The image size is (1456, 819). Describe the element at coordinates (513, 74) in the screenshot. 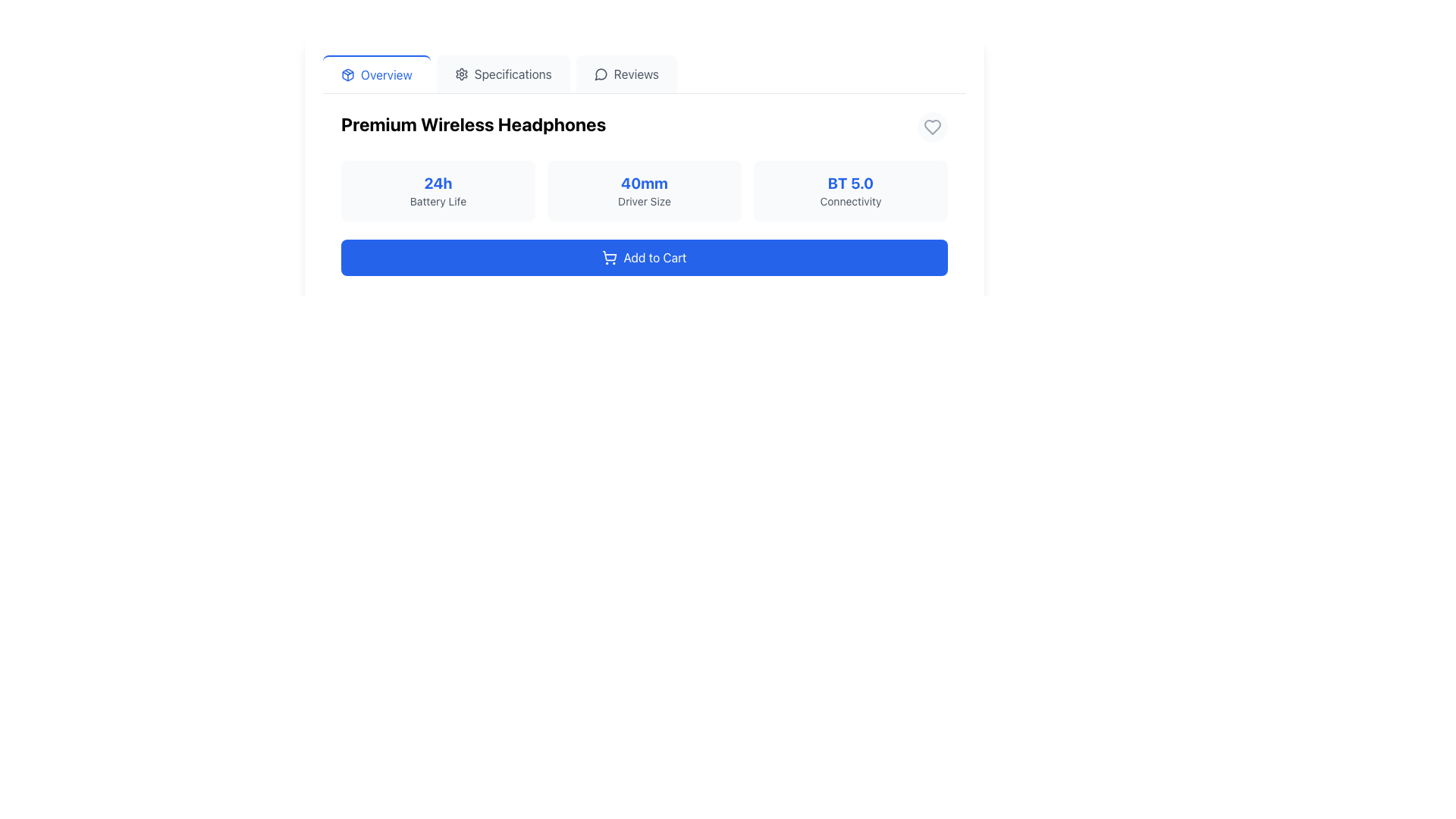

I see `the Text Label located in the navigation bar, positioned between the 'Overview' button and the 'Reviews' button` at that location.